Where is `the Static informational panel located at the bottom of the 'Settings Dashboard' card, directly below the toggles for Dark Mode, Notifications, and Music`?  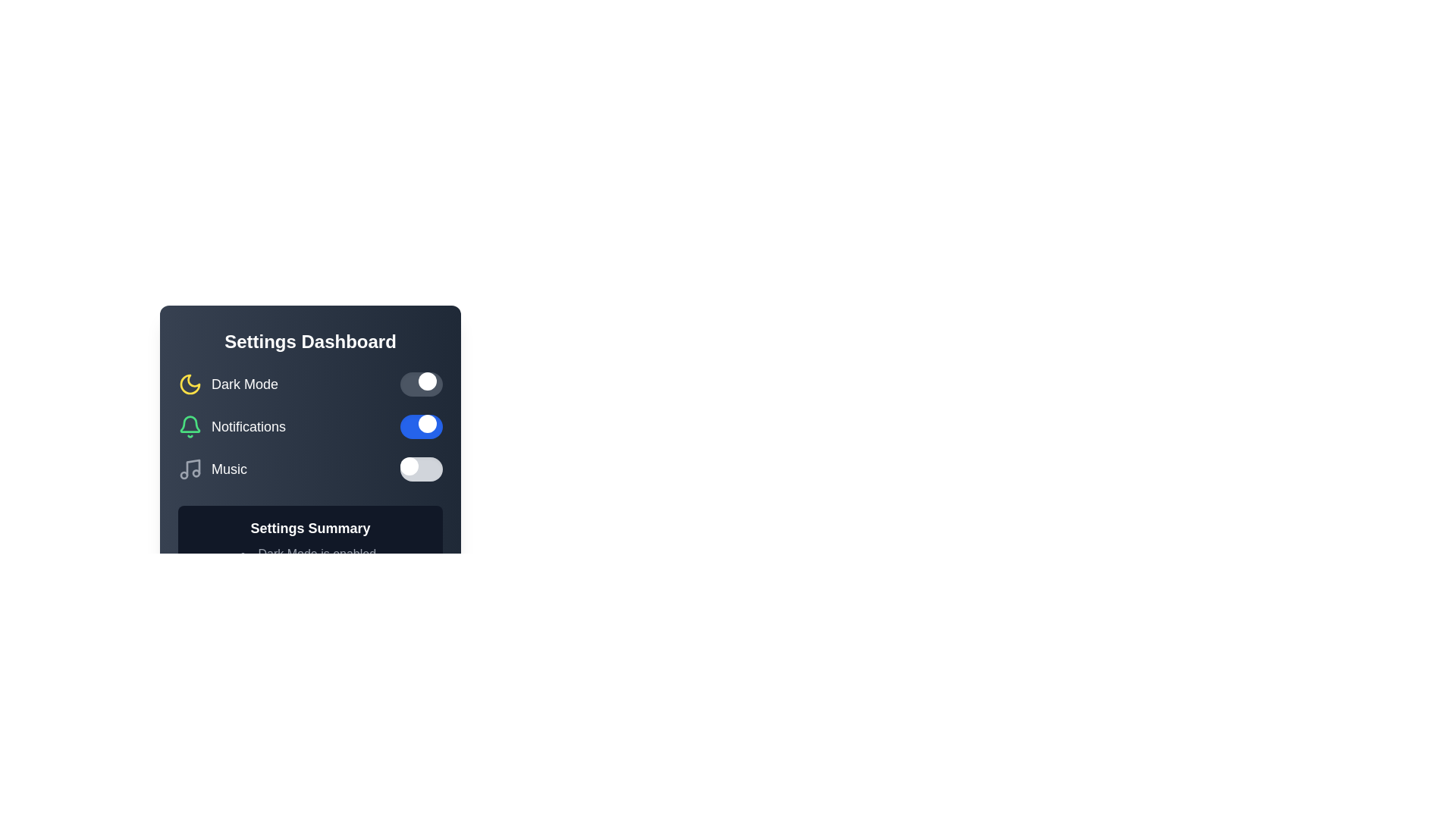 the Static informational panel located at the bottom of the 'Settings Dashboard' card, directly below the toggles for Dark Mode, Notifications, and Music is located at coordinates (309, 558).